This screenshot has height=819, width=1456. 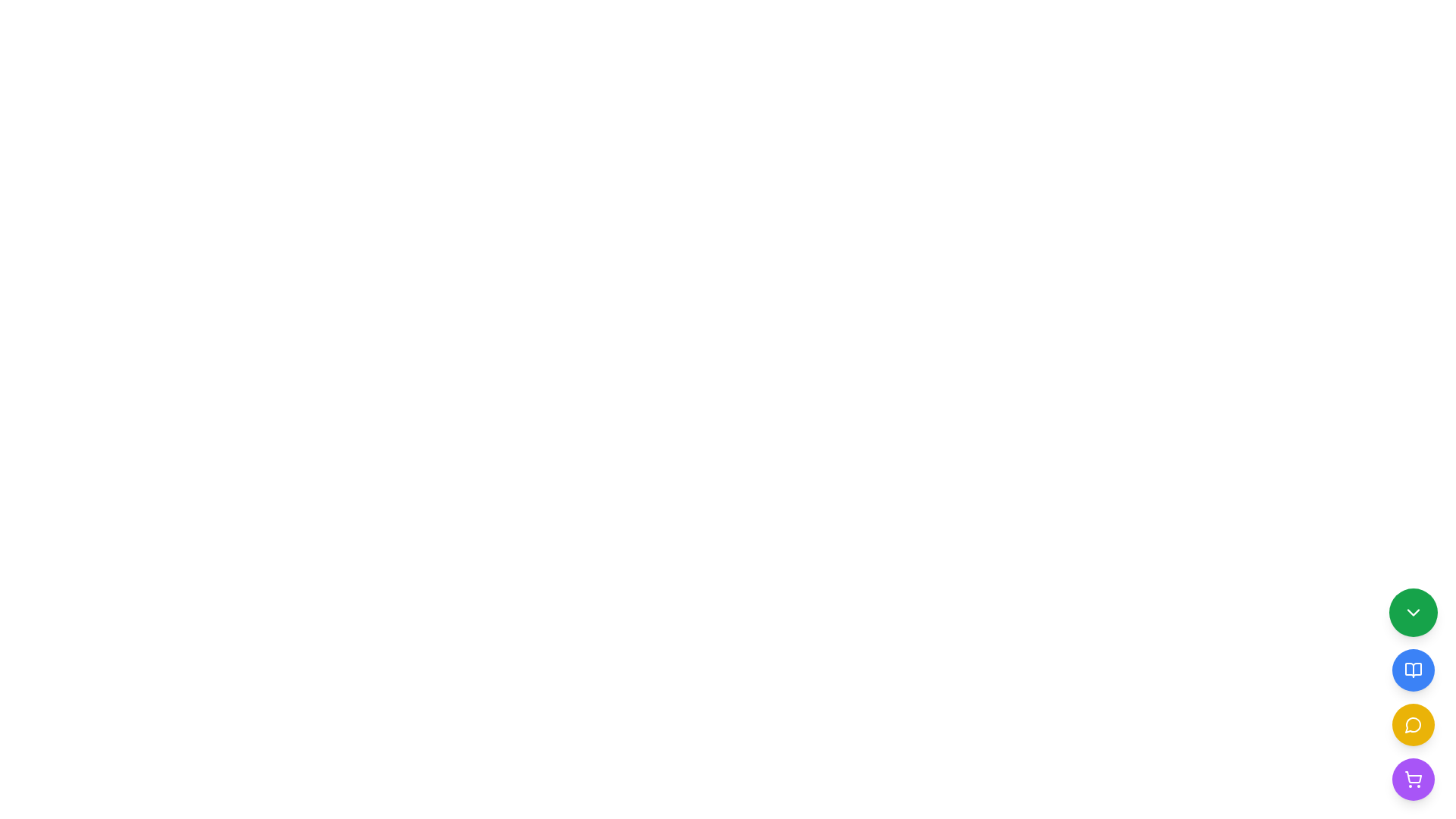 I want to click on the circular green button with a white downward chevron icon, so click(x=1412, y=611).